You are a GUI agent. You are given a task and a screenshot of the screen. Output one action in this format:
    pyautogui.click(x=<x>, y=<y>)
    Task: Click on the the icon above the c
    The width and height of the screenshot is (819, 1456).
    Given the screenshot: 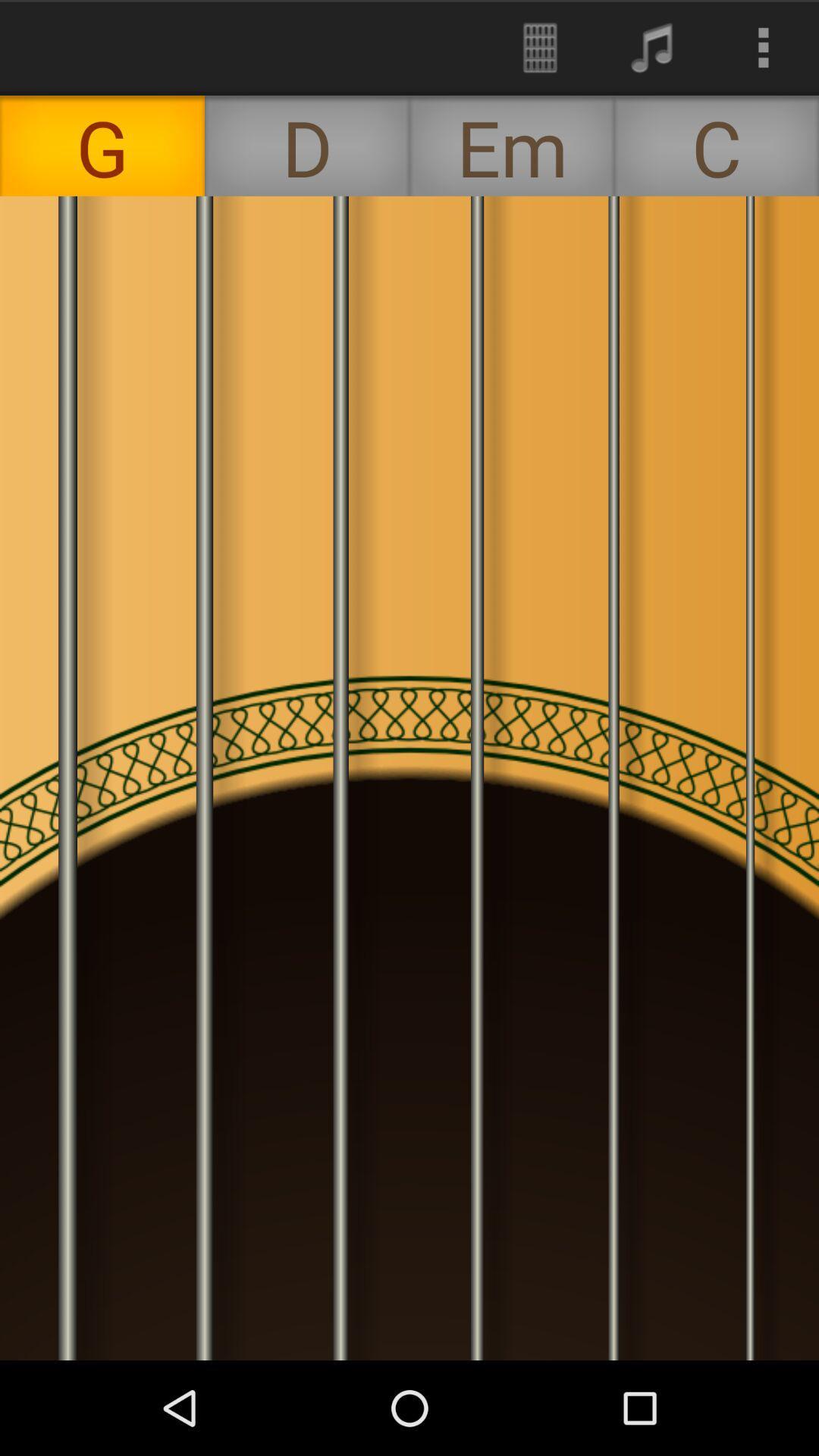 What is the action you would take?
    pyautogui.click(x=763, y=47)
    